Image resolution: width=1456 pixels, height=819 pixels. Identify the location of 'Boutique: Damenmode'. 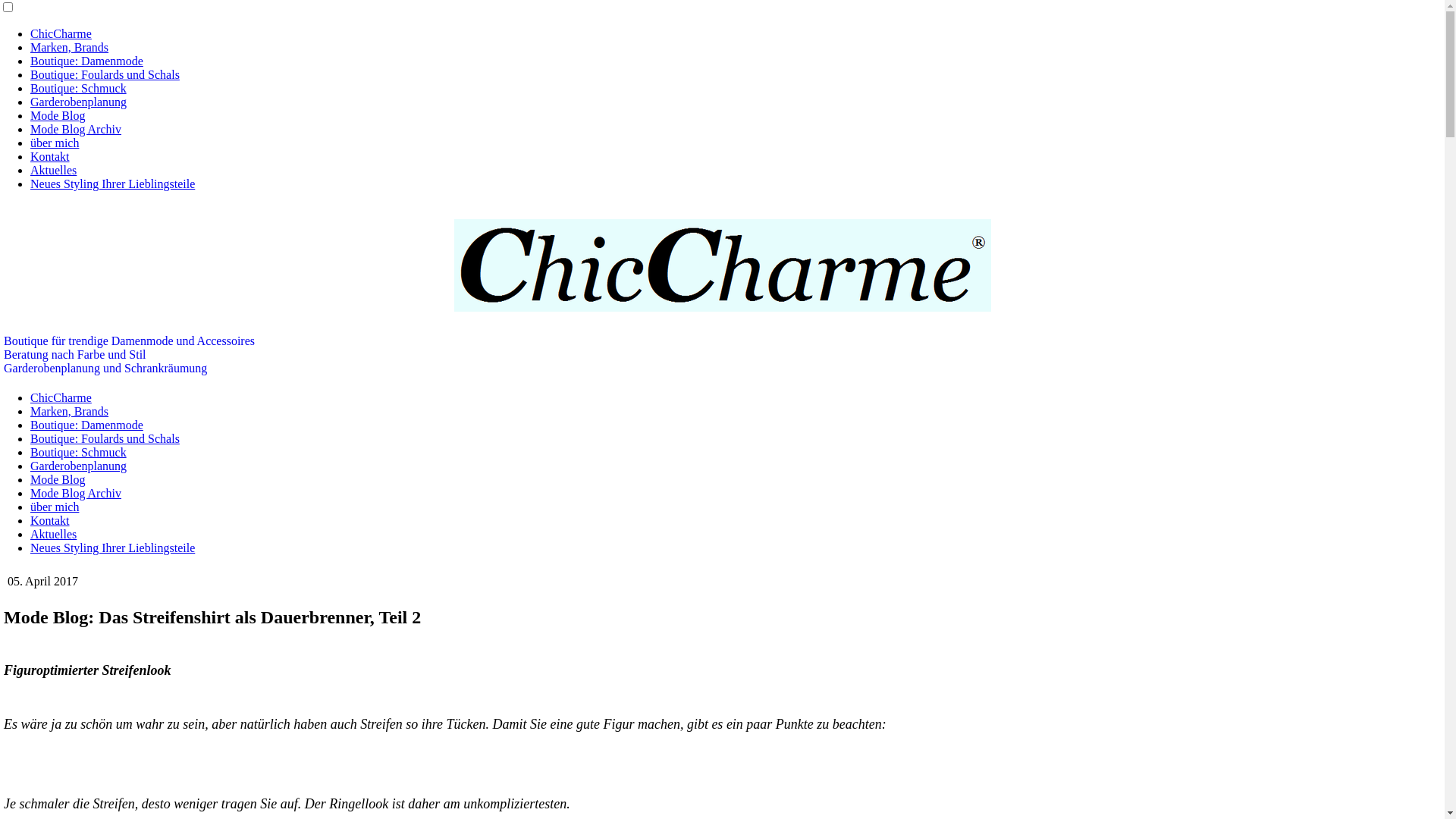
(86, 425).